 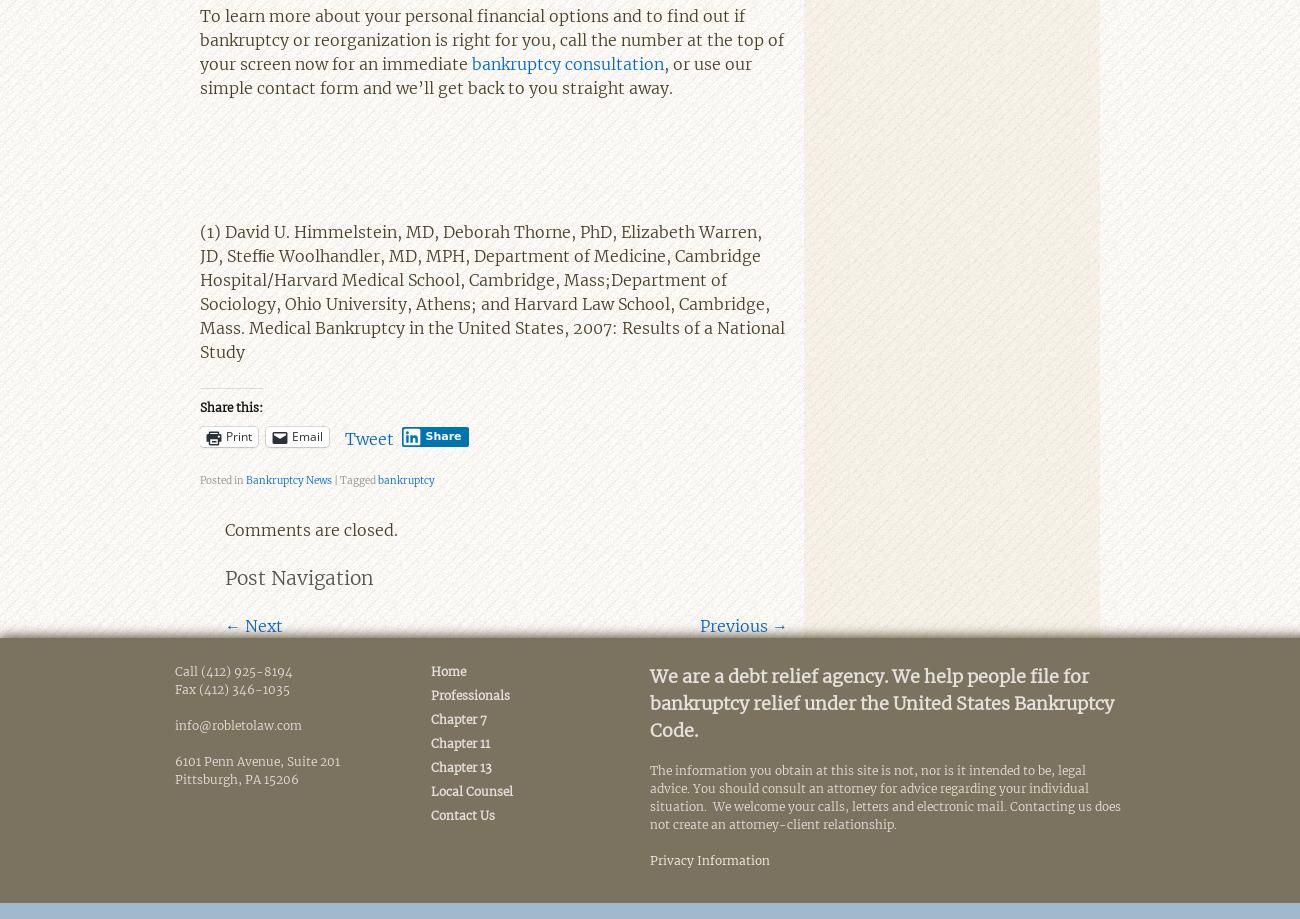 I want to click on ', or use our simple contact form and we’ll get back to you straight away.', so click(x=475, y=74).